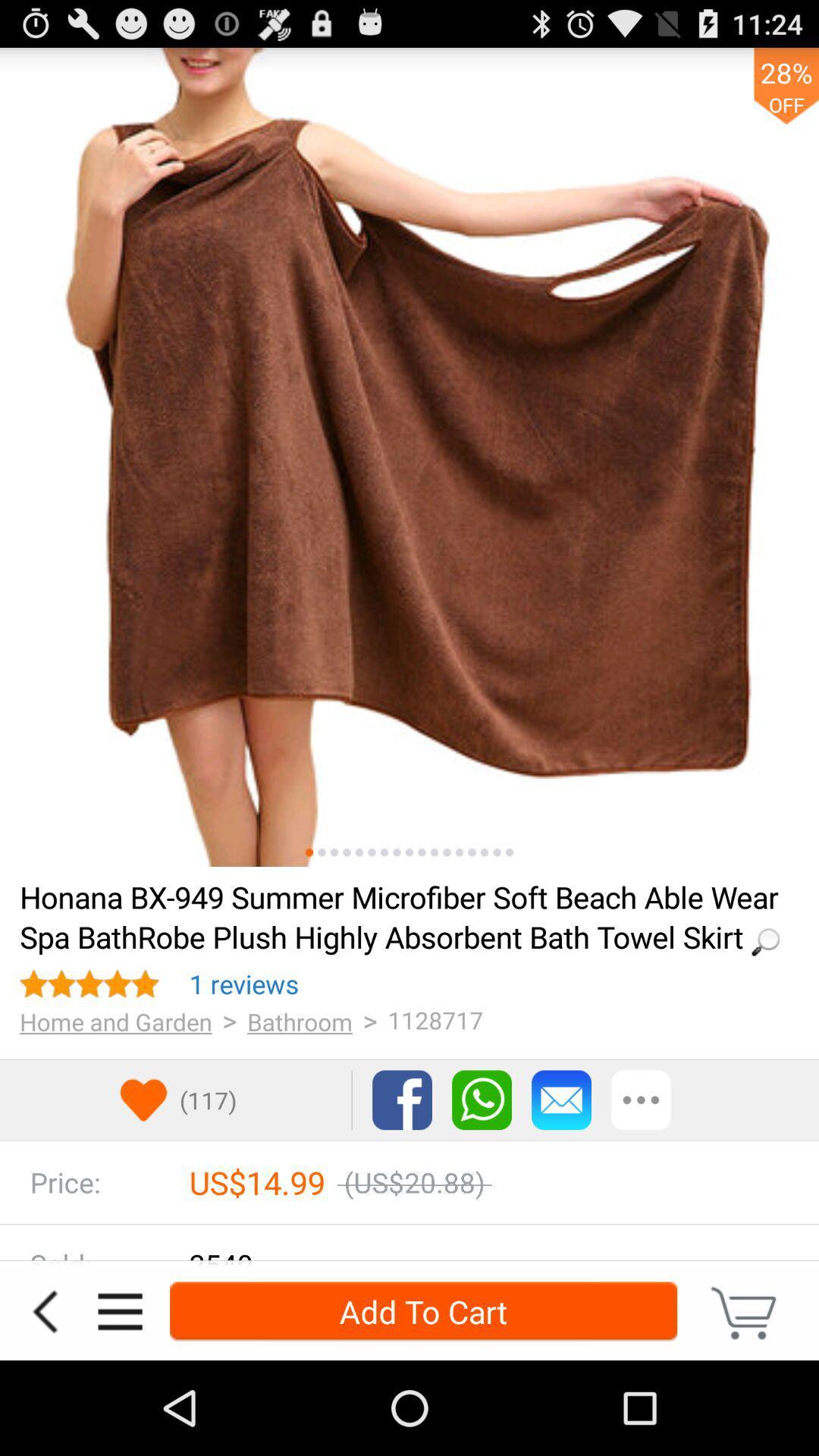 This screenshot has height=1456, width=819. Describe the element at coordinates (372, 852) in the screenshot. I see `another picture middle` at that location.